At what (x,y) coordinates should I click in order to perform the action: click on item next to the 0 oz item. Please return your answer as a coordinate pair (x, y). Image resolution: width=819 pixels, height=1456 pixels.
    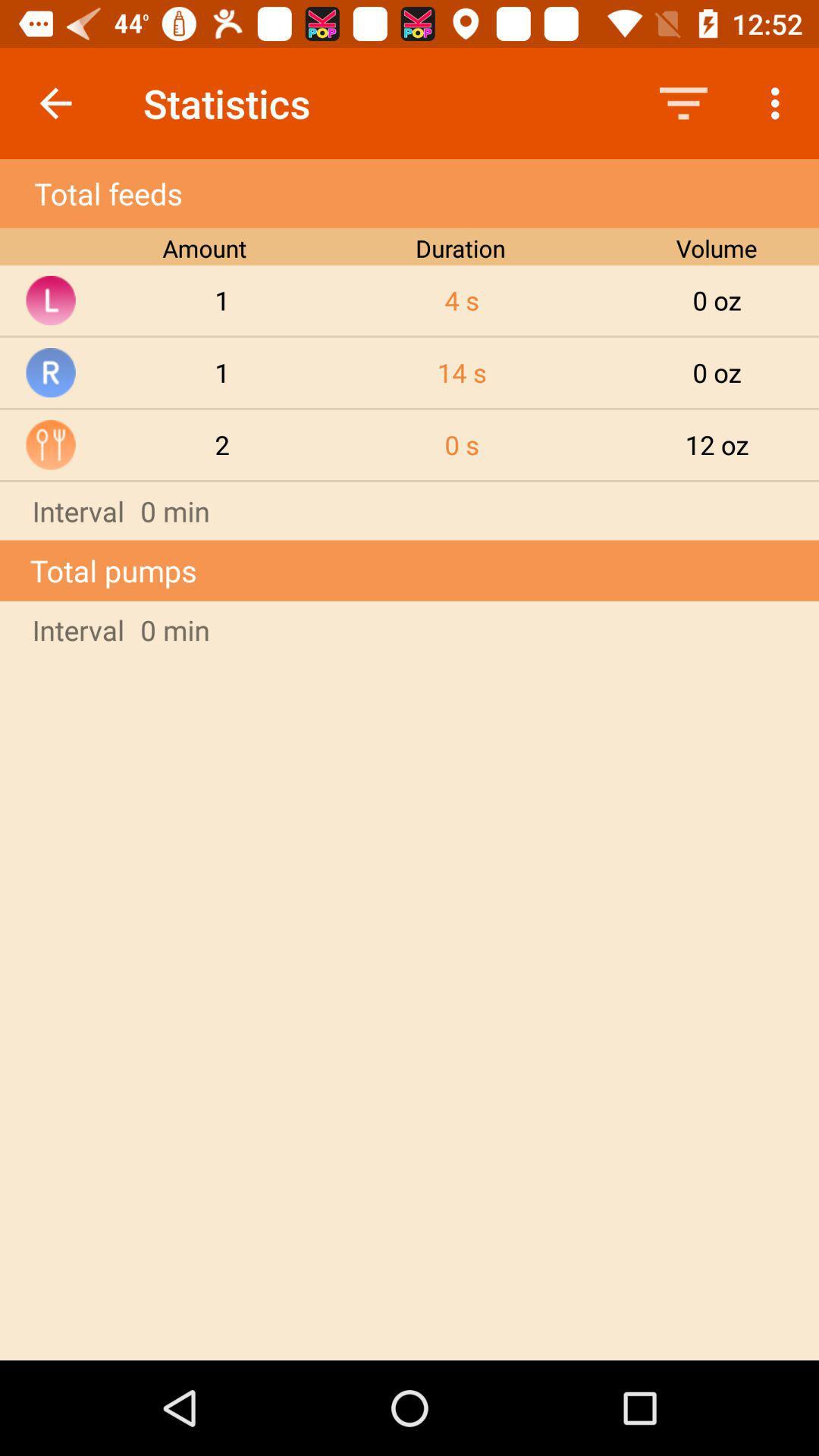
    Looking at the image, I should click on (461, 372).